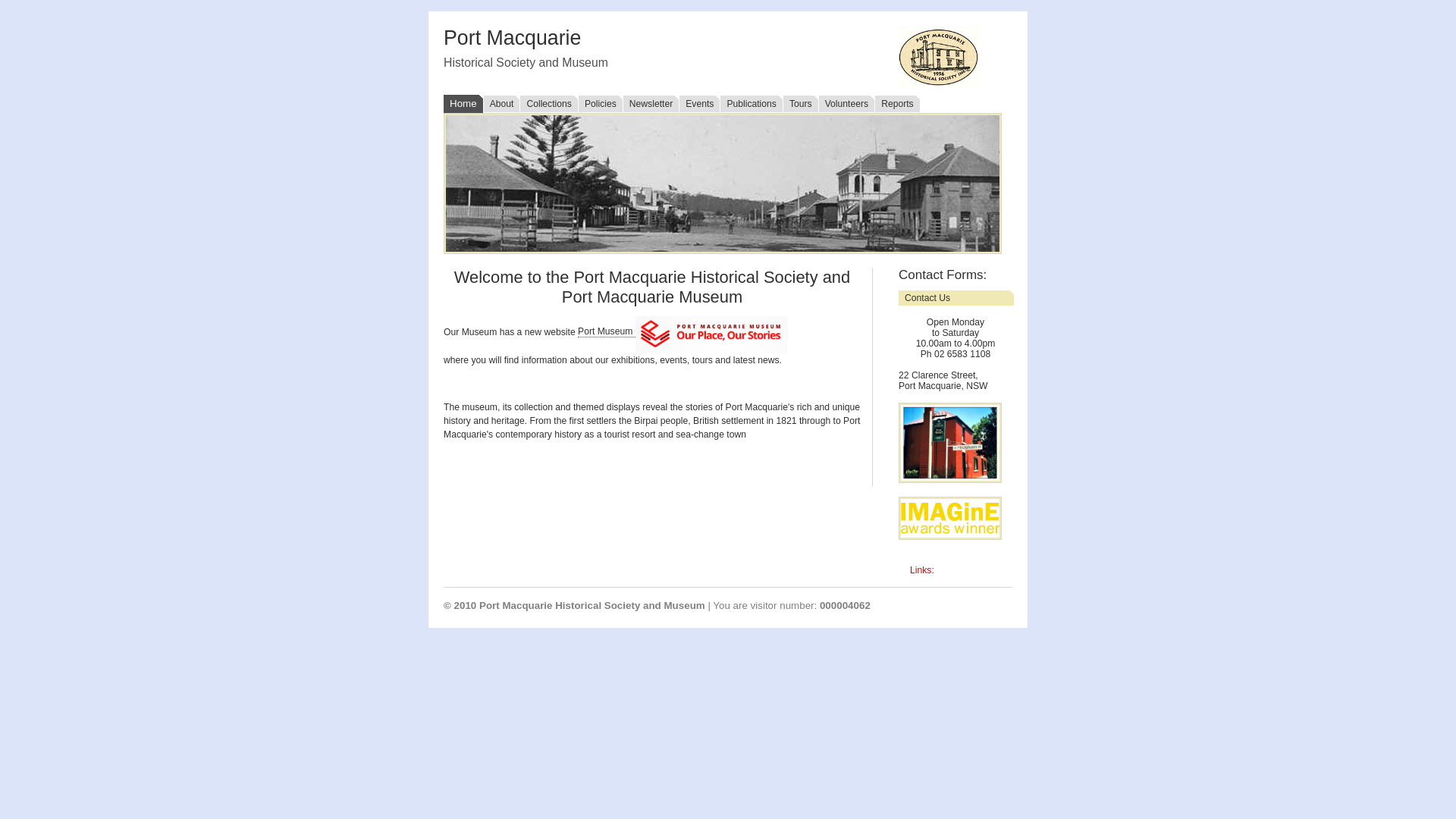 The width and height of the screenshot is (1456, 819). What do you see at coordinates (607, 331) in the screenshot?
I see `'Port Museum'` at bounding box center [607, 331].